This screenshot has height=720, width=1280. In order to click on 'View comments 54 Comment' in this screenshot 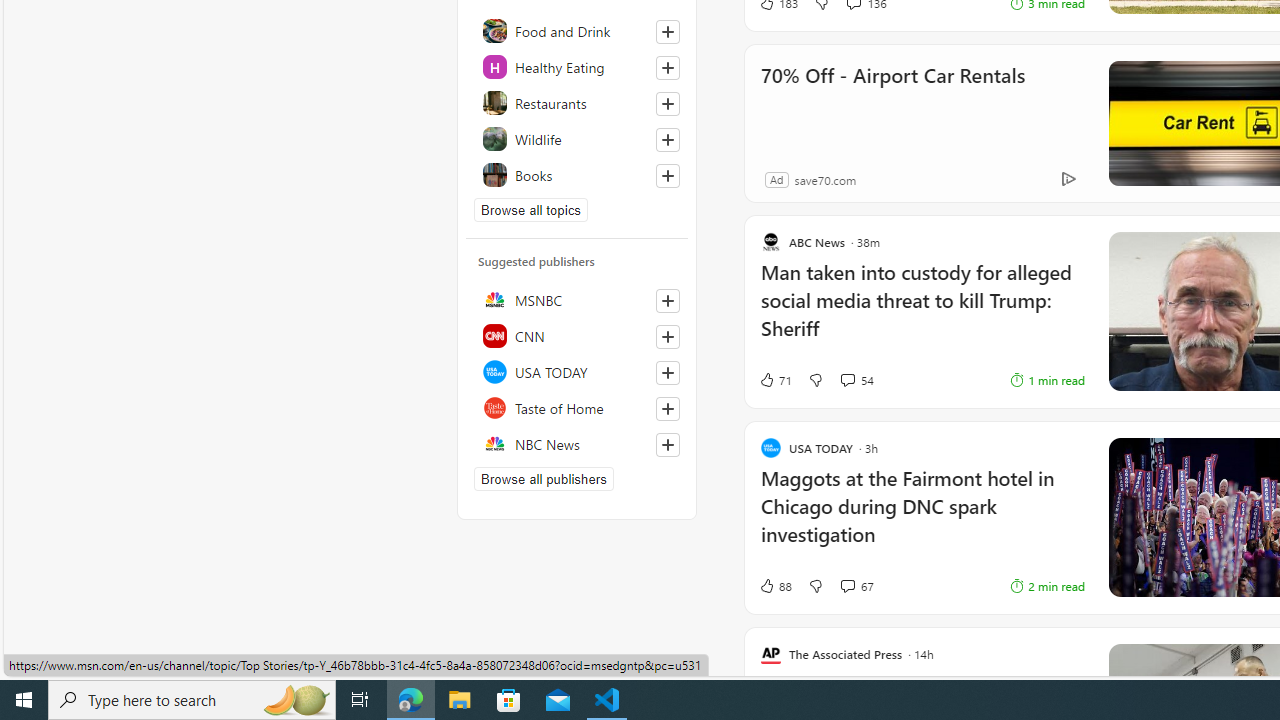, I will do `click(847, 380)`.